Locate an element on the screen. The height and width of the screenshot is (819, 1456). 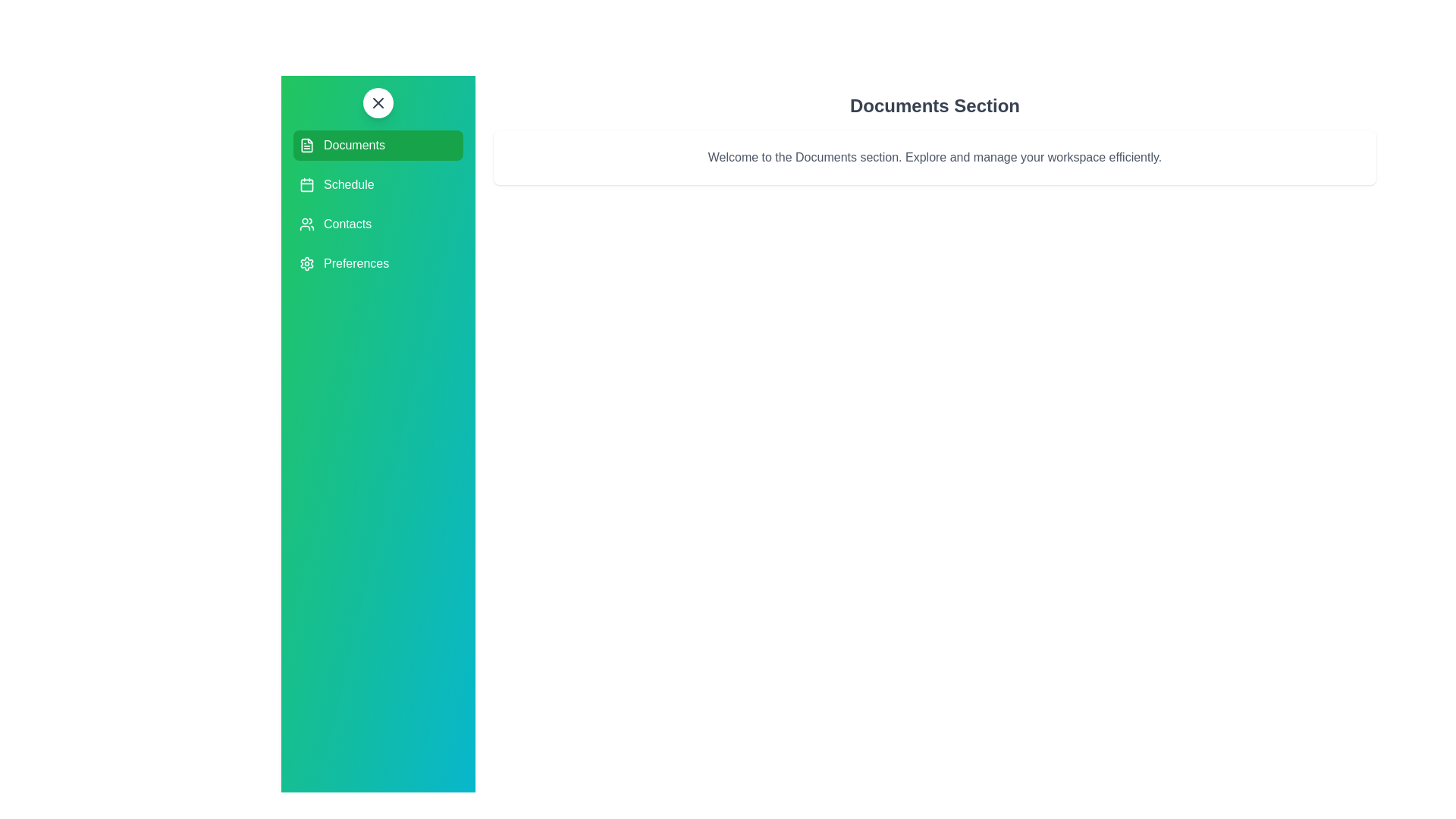
the section Contacts to highlight it is located at coordinates (378, 224).